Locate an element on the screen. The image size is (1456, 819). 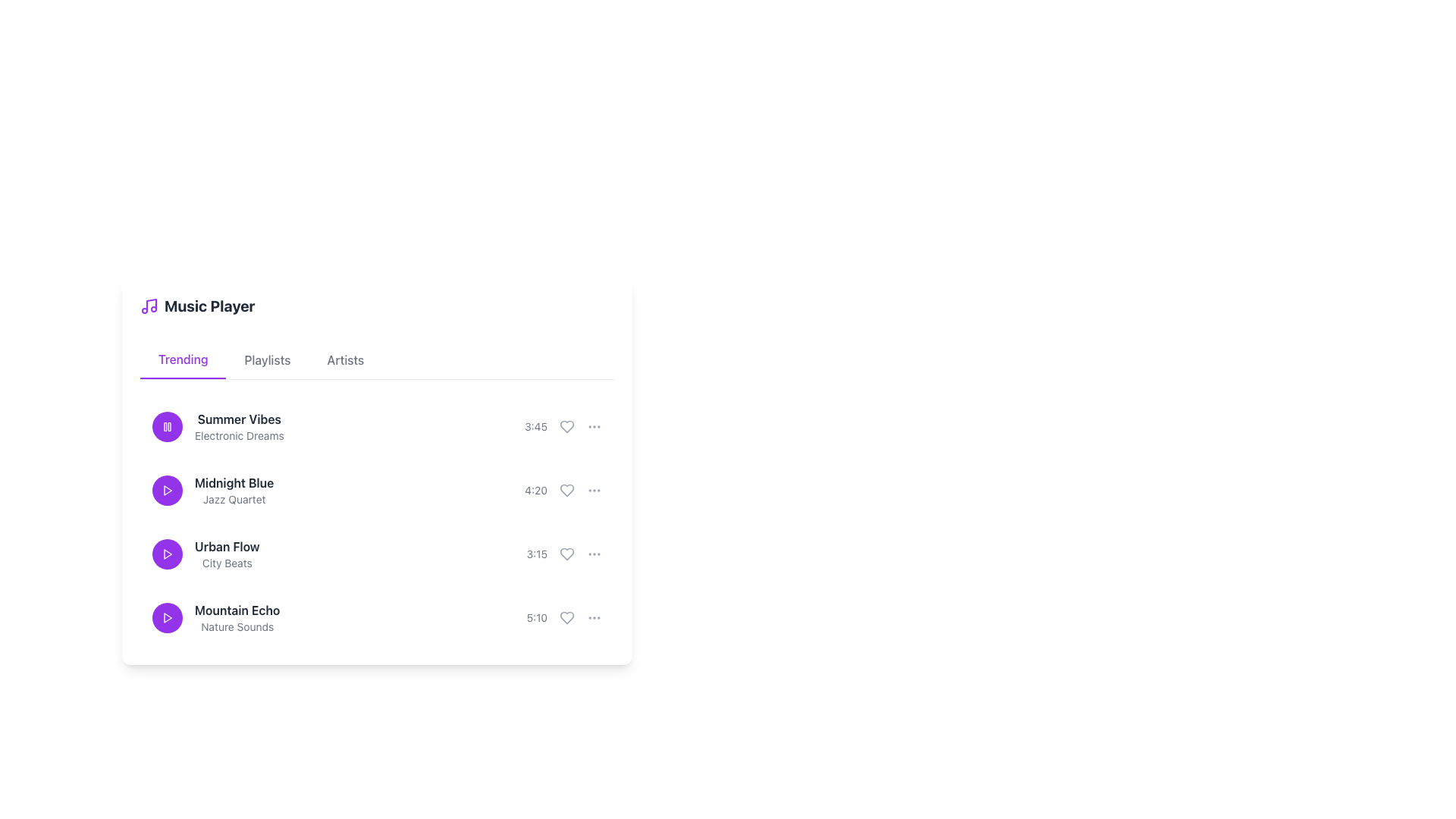
the fourth icon button in the upper-right corner of the music track controls is located at coordinates (593, 427).